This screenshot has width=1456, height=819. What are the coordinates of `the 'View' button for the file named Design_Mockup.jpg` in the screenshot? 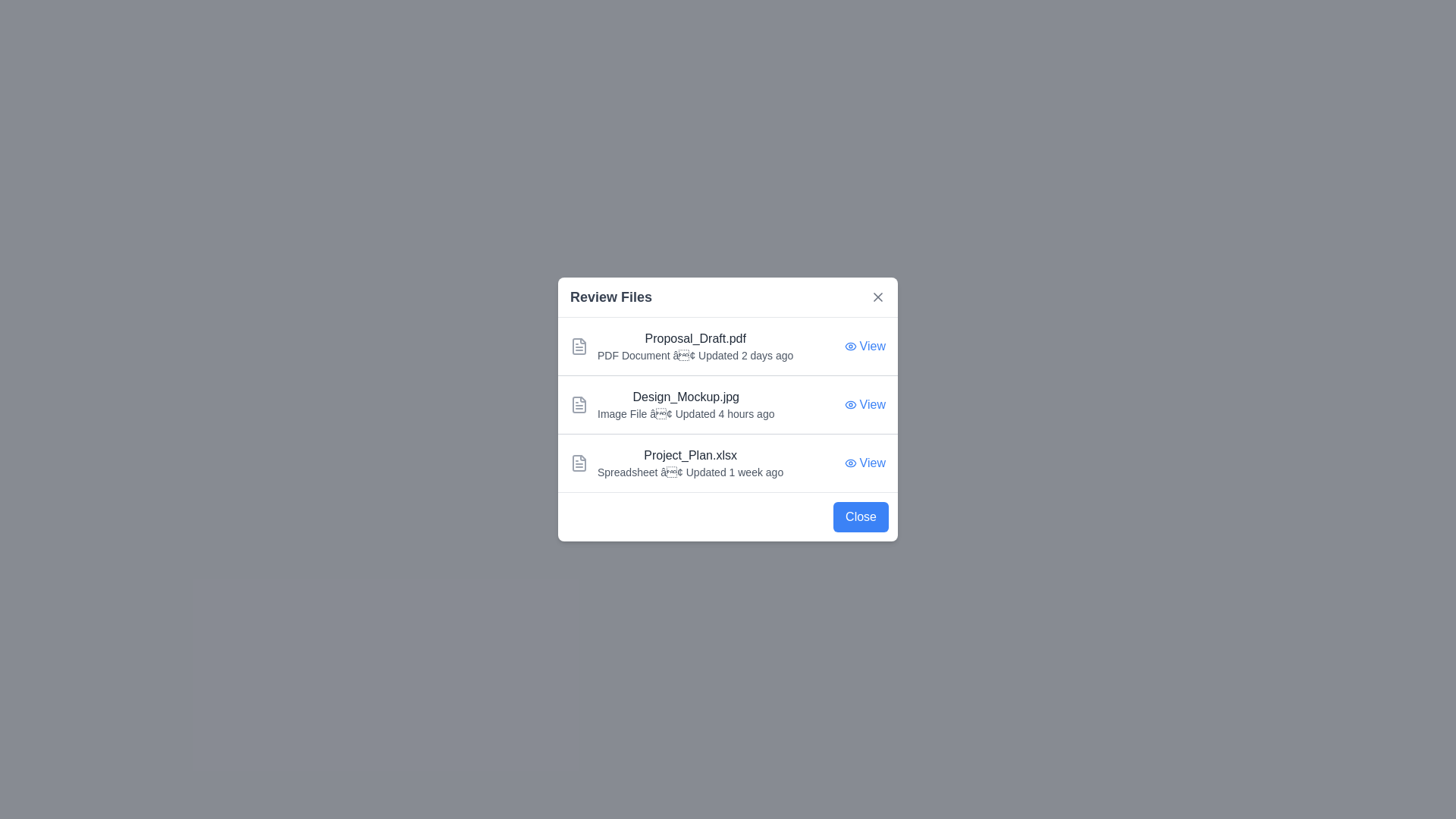 It's located at (864, 403).